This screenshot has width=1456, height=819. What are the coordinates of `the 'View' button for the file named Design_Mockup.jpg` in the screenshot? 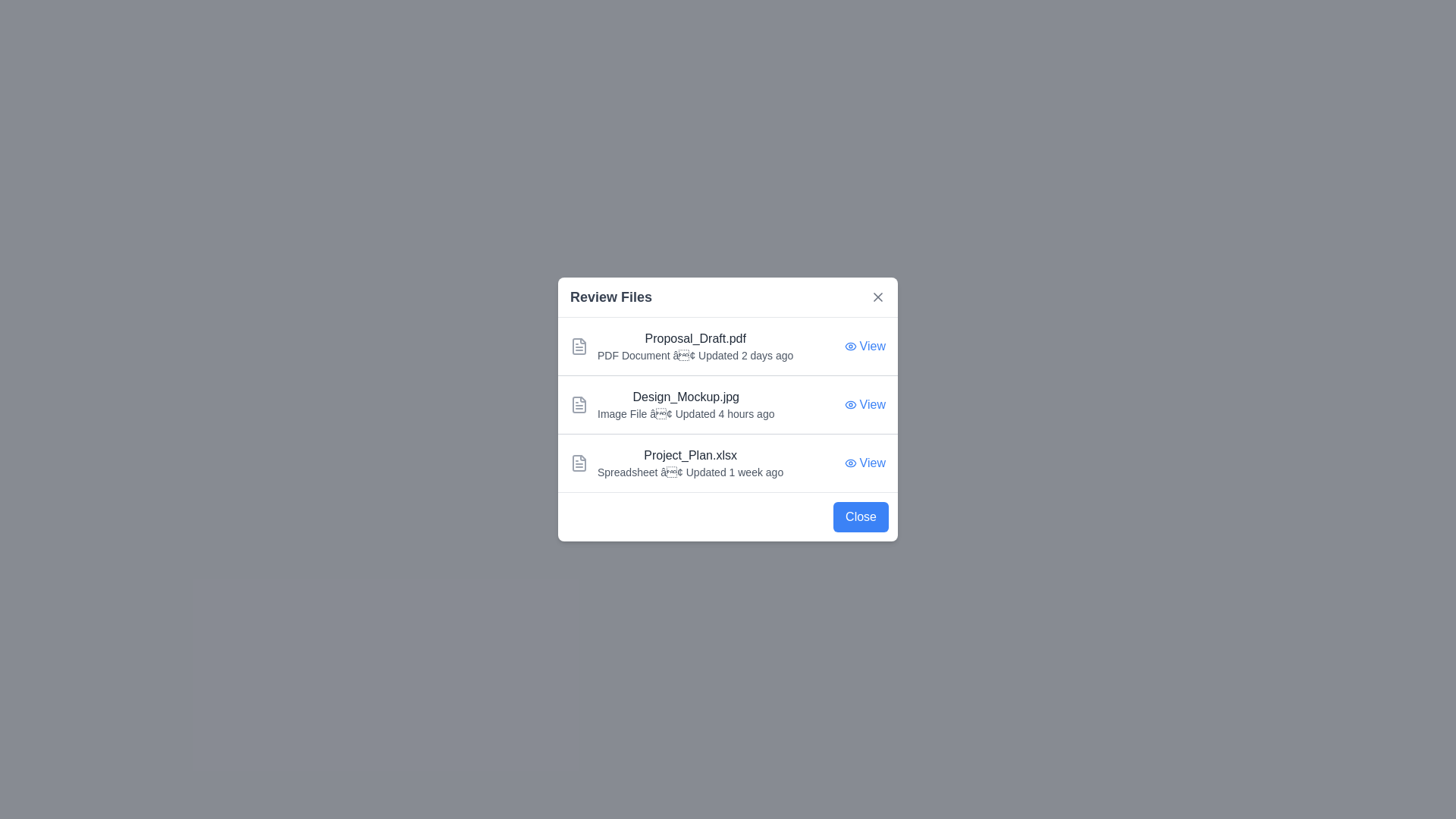 It's located at (864, 403).